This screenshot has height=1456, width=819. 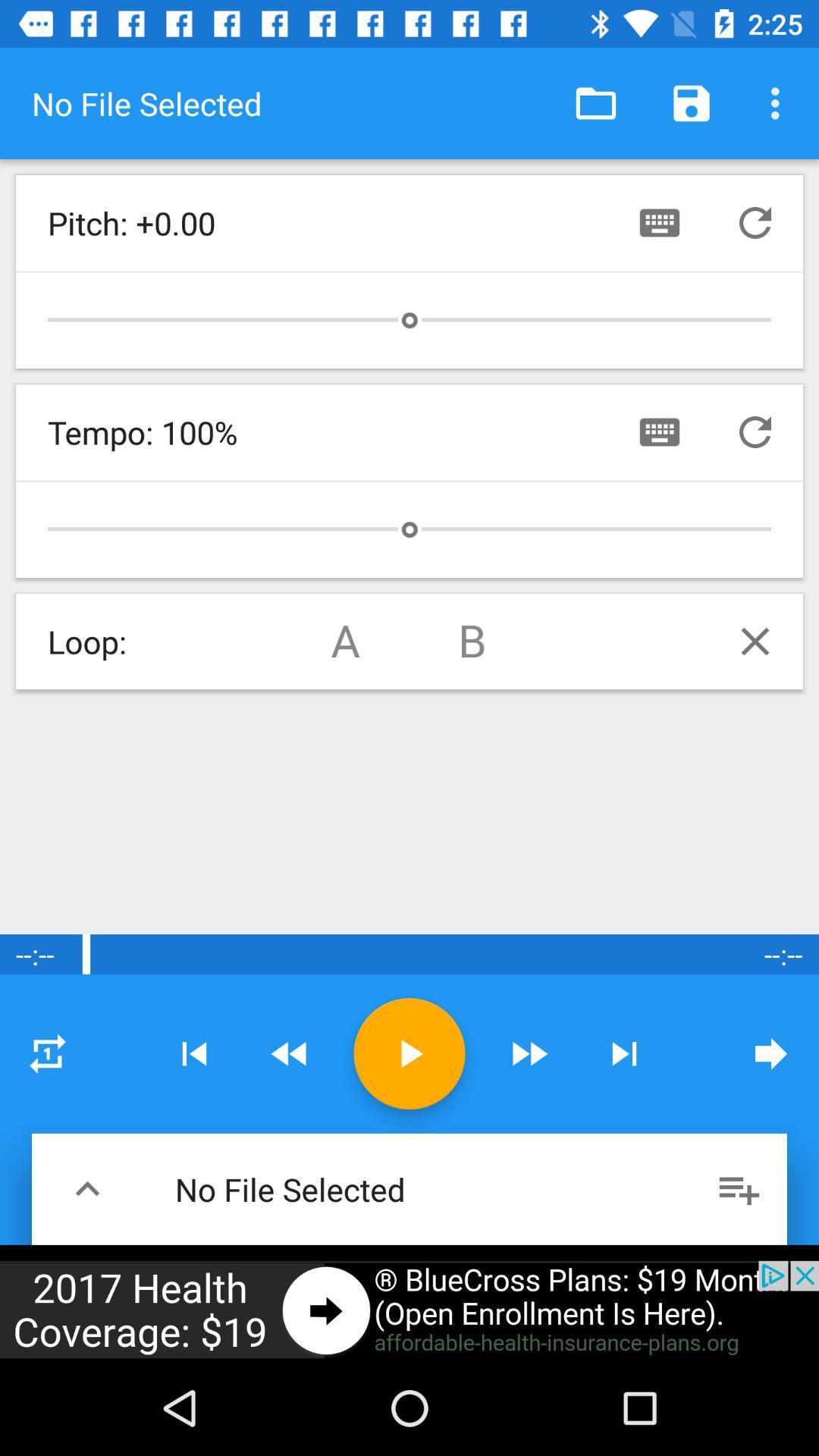 What do you see at coordinates (755, 221) in the screenshot?
I see `reload option` at bounding box center [755, 221].